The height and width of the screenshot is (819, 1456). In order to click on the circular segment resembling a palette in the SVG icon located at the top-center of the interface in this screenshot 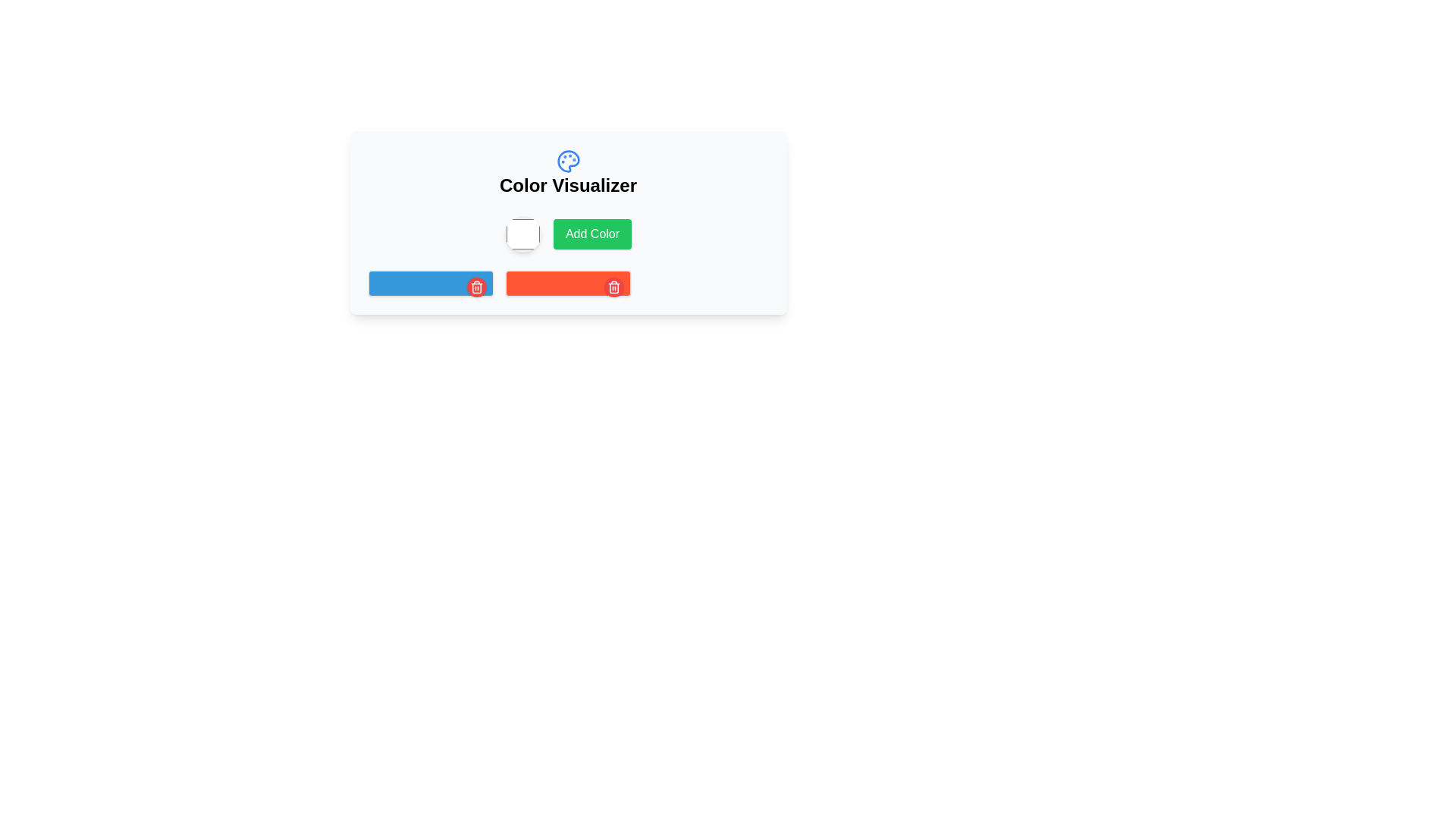, I will do `click(567, 161)`.